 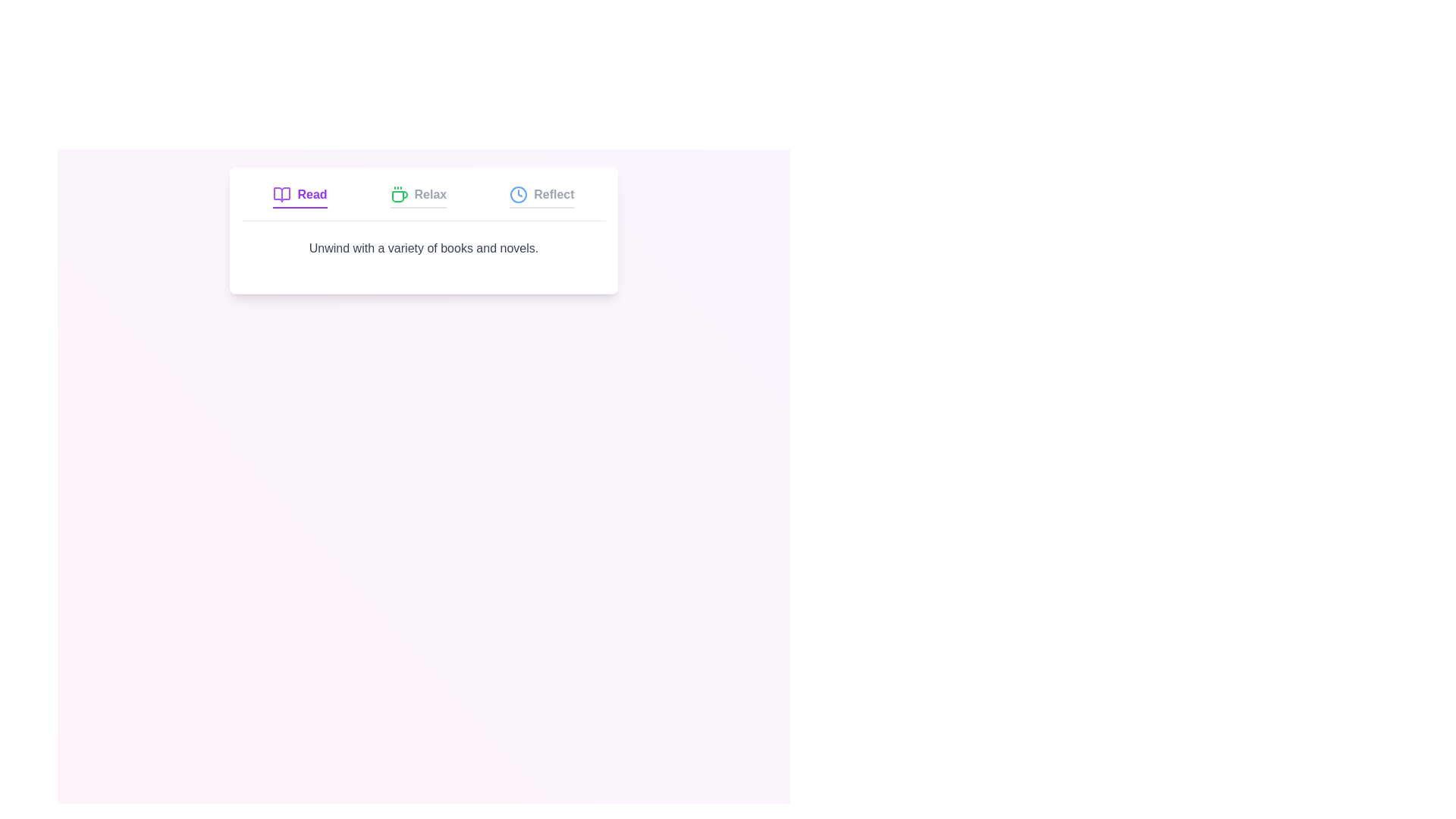 I want to click on the Relax tab to activate it, so click(x=419, y=196).